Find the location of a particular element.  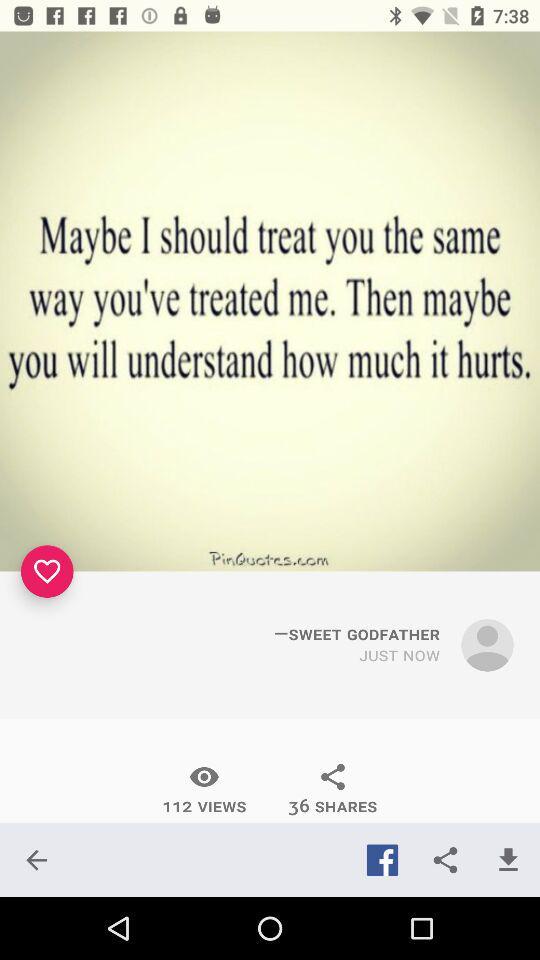

icon next to the 36 shares is located at coordinates (203, 789).